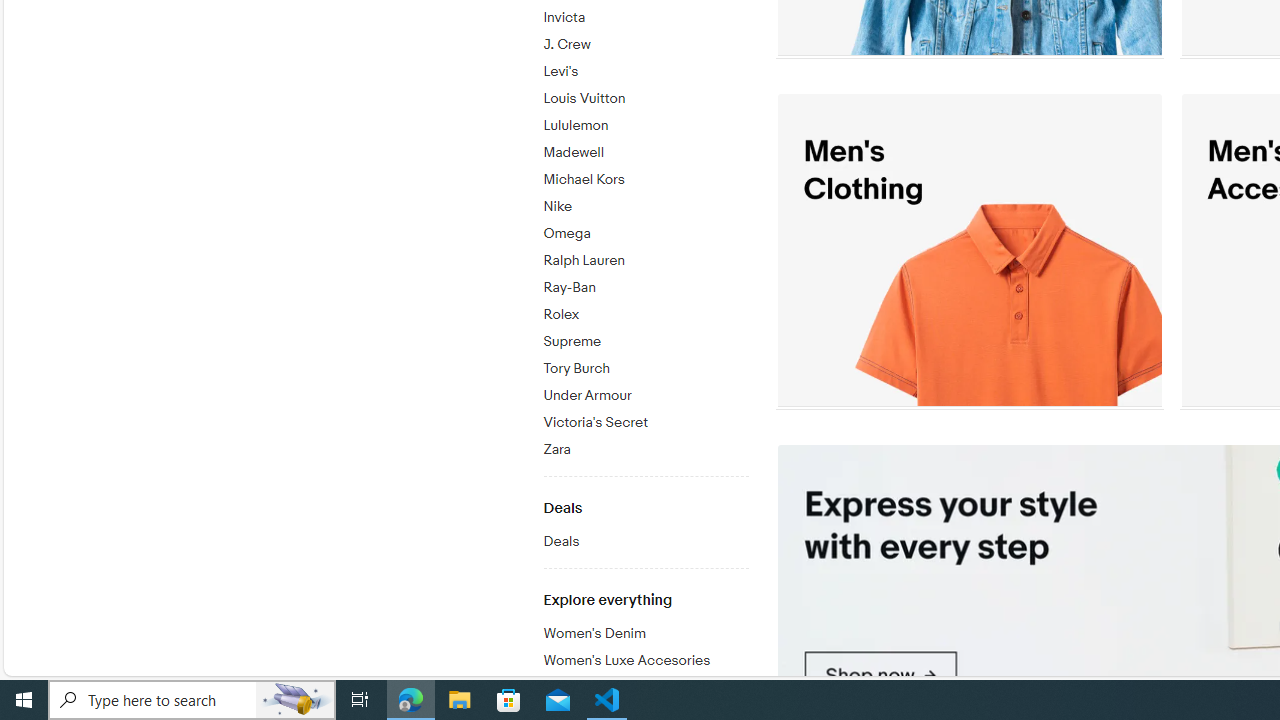 The image size is (1280, 720). Describe the element at coordinates (645, 396) in the screenshot. I see `'Under Armour'` at that location.